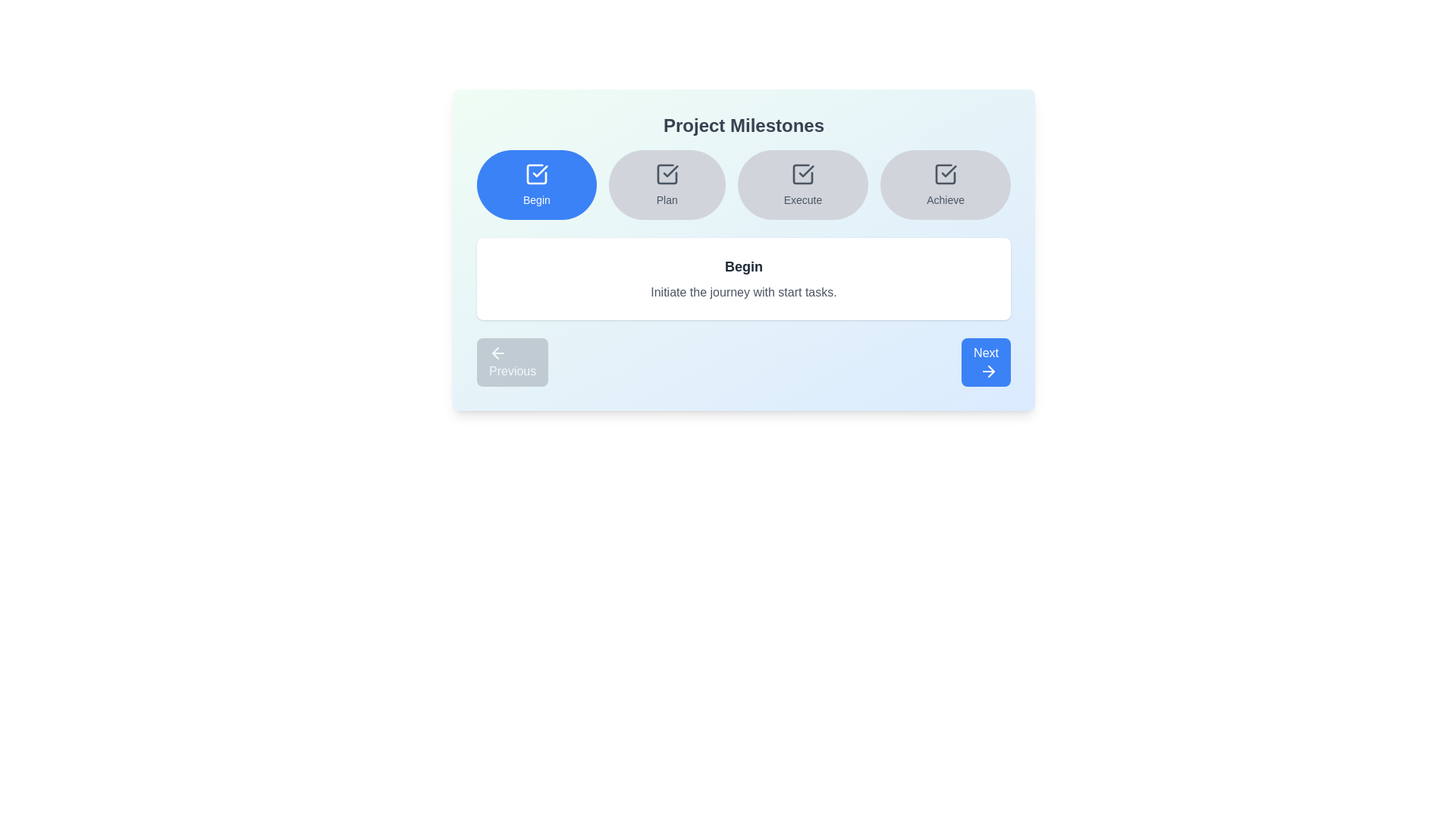 This screenshot has height=819, width=1456. What do you see at coordinates (986, 362) in the screenshot?
I see `the 'Next' button which has a blue background, rounded corners, and white text with a right-pointing arrow` at bounding box center [986, 362].